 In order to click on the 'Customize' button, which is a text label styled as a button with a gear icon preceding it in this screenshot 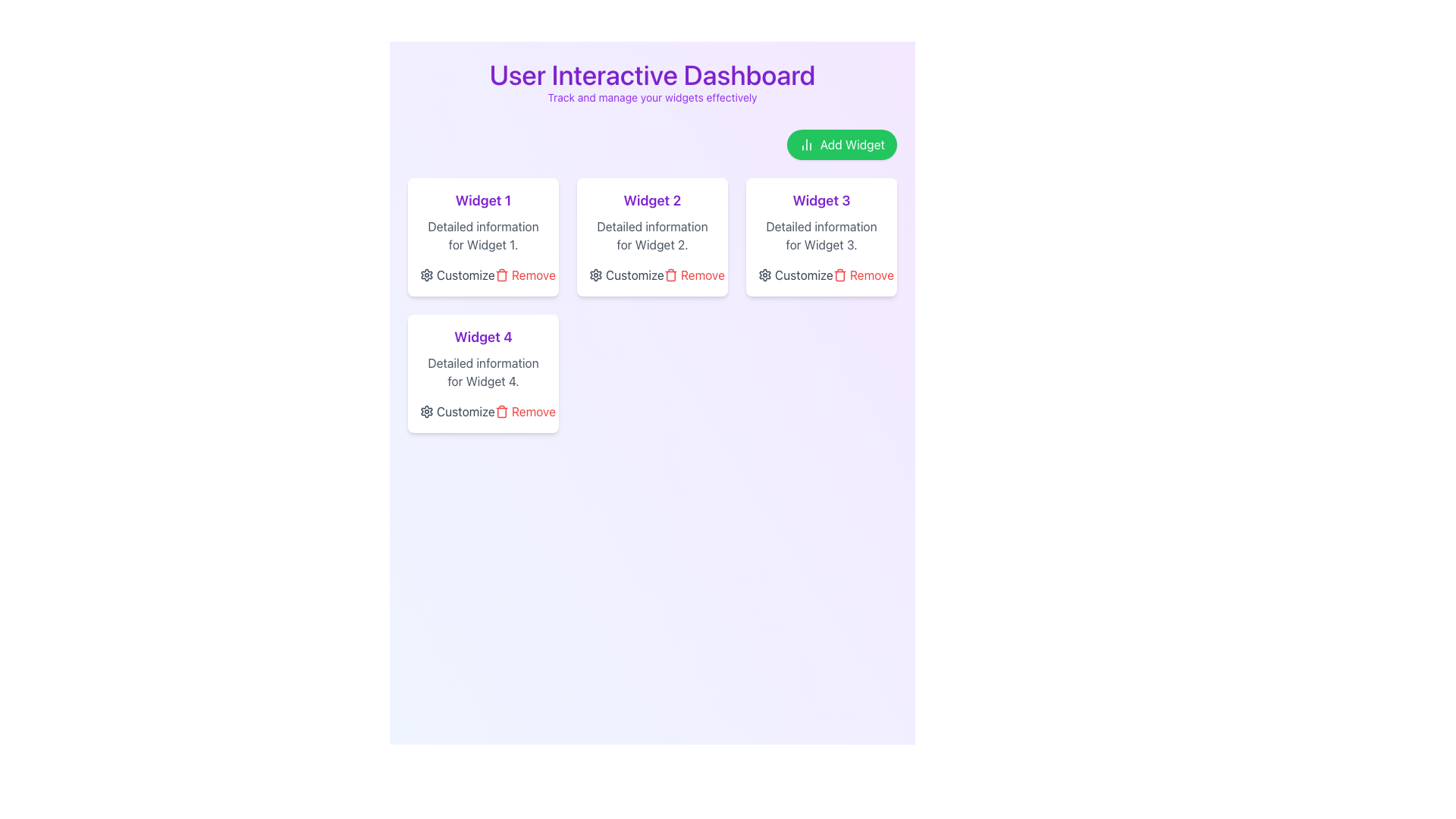, I will do `click(457, 275)`.